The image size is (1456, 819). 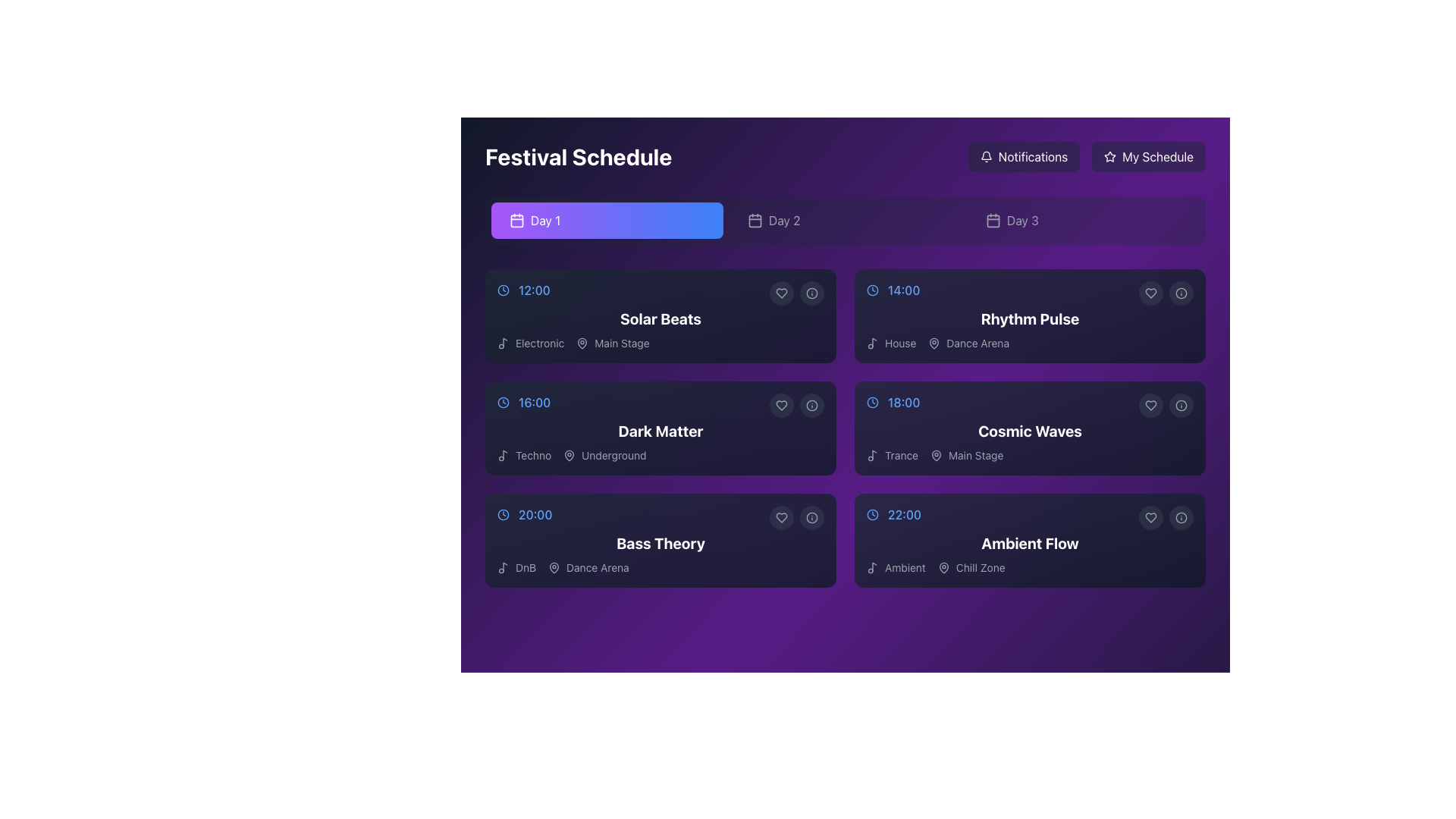 What do you see at coordinates (935, 455) in the screenshot?
I see `the map pin icon indicating the location of the 'Cosmic Waves' event on the 'Main Stage' at 18:00` at bounding box center [935, 455].